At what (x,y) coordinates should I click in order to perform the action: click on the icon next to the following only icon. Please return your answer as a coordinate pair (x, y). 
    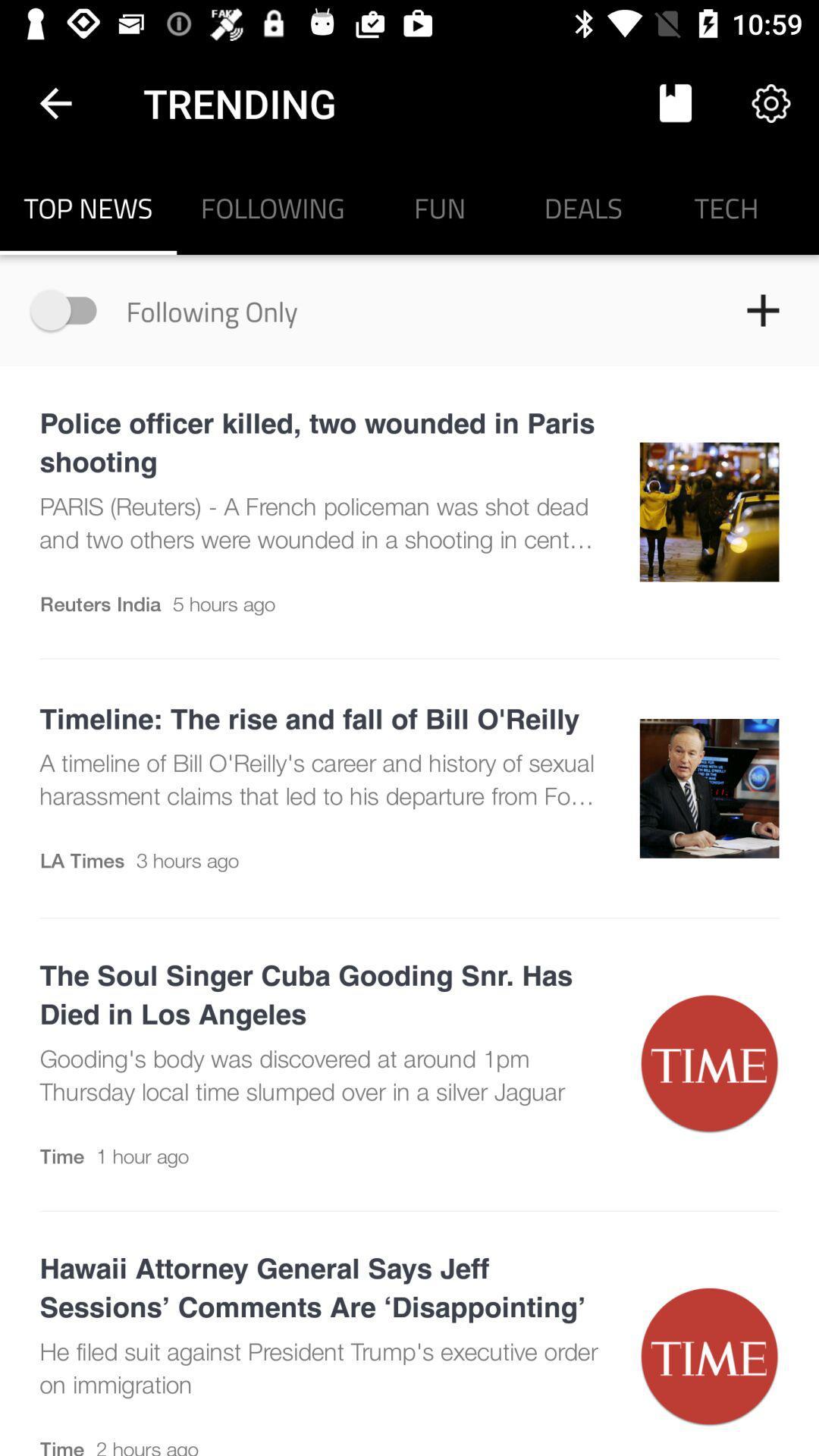
    Looking at the image, I should click on (71, 309).